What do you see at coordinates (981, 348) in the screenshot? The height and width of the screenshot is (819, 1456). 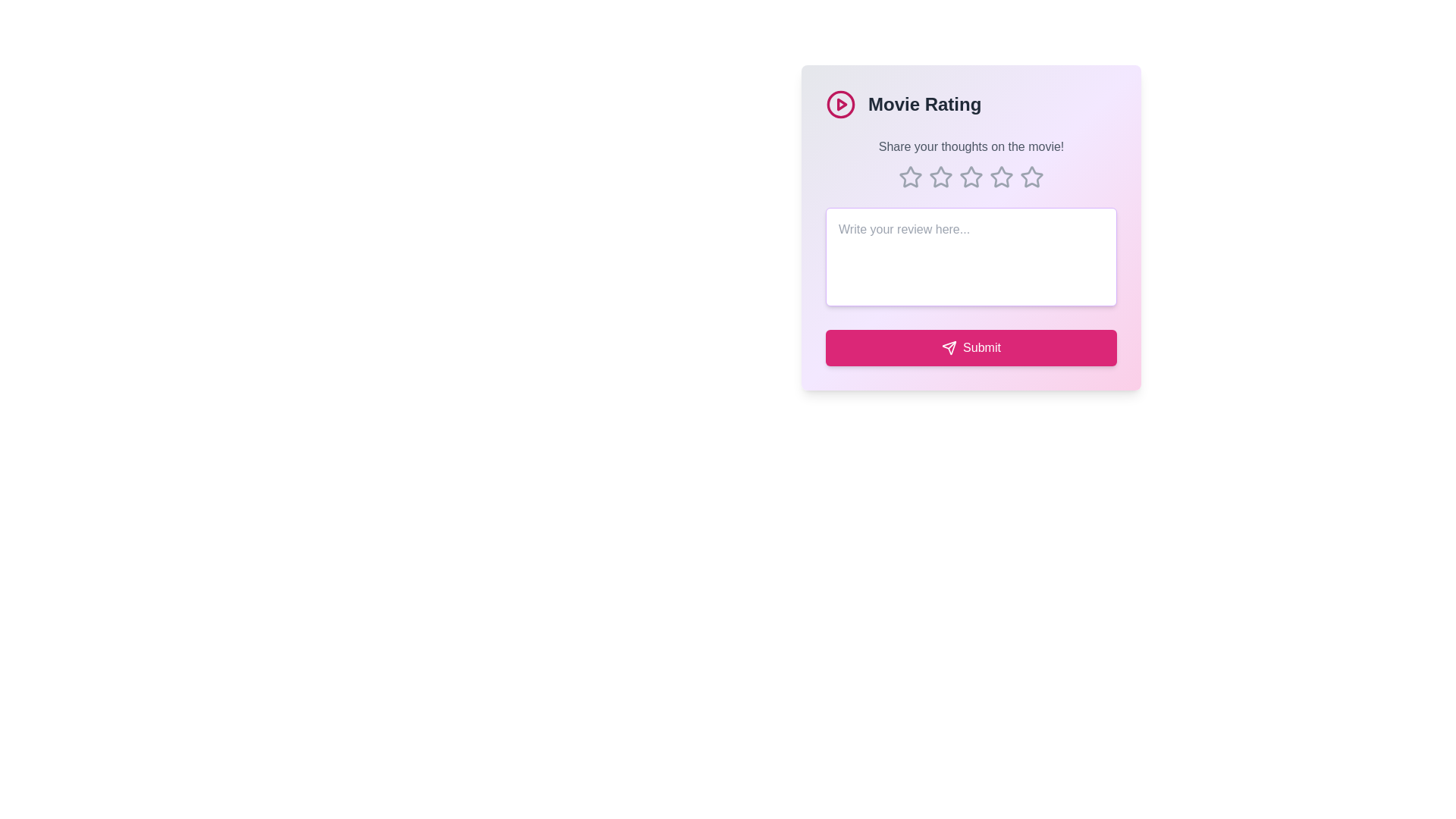 I see `the 'Submit' button located at the bottom center of the card, which is pink in color and includes a paper plane icon` at bounding box center [981, 348].